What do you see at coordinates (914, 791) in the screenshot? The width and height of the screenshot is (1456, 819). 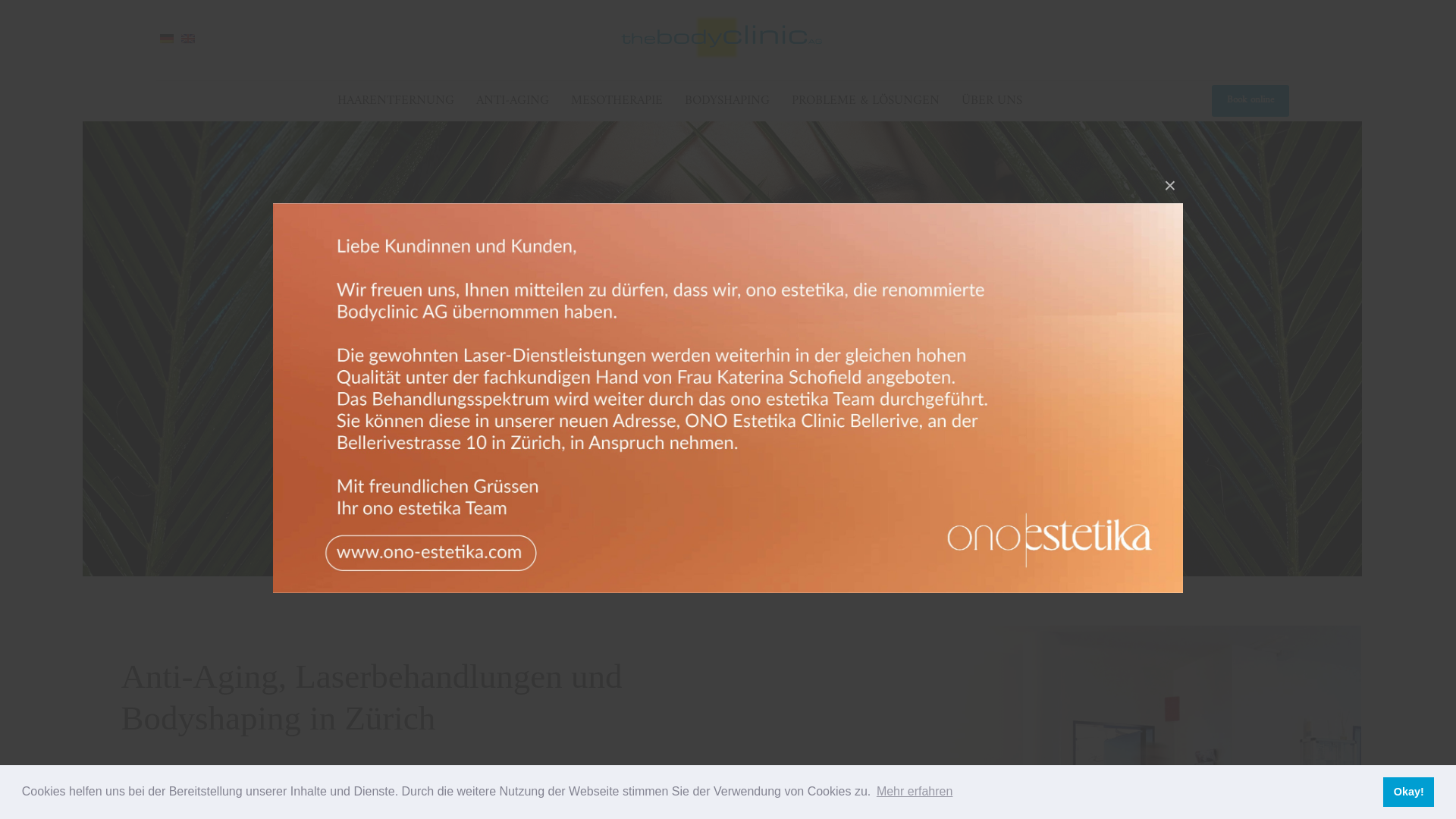 I see `'Mehr erfahren'` at bounding box center [914, 791].